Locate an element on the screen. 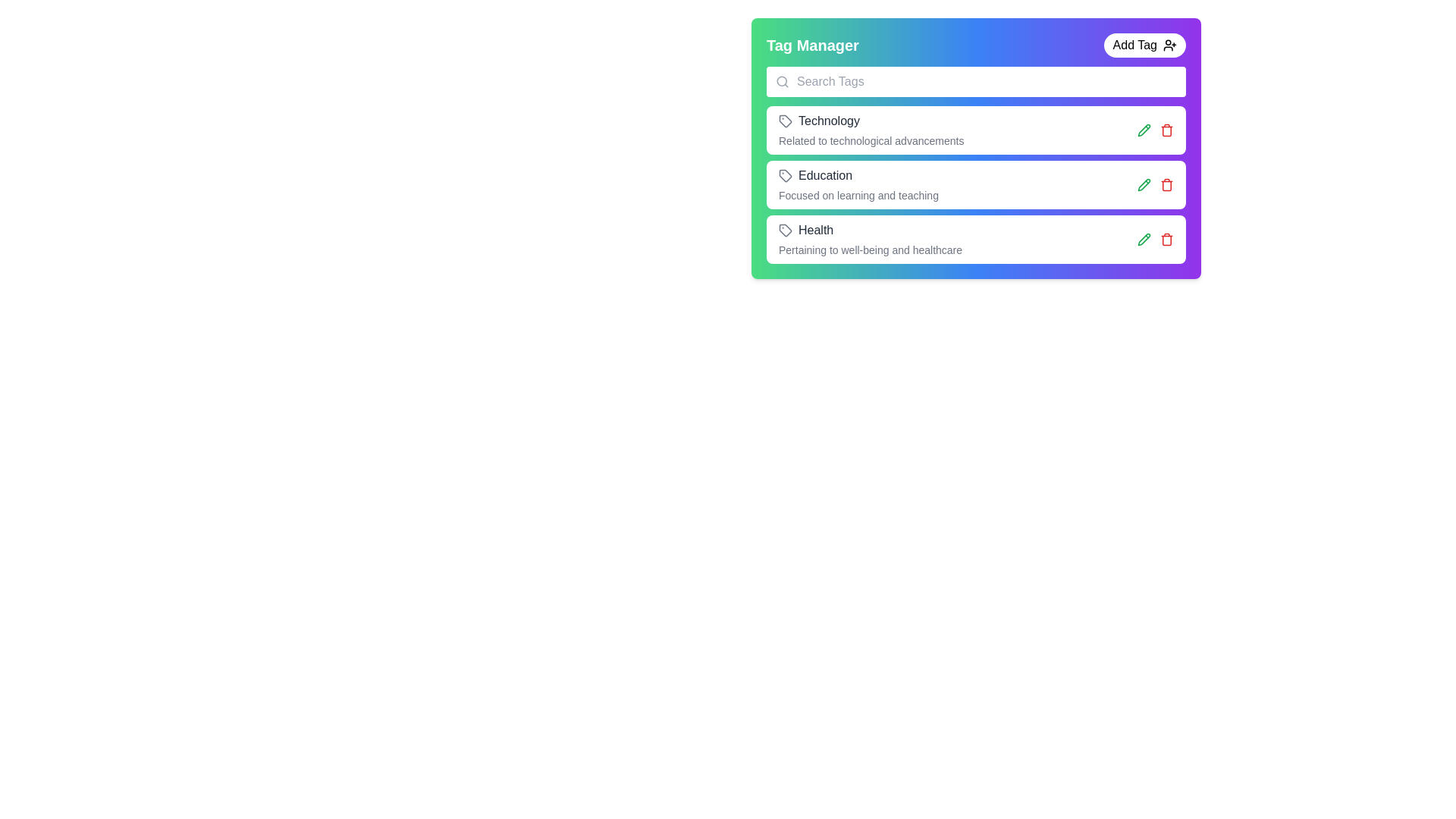 The image size is (1456, 819). the curved vertical line segment that forms part of the trash bin icon, specifically the vertical right side of the bin component is located at coordinates (1166, 130).